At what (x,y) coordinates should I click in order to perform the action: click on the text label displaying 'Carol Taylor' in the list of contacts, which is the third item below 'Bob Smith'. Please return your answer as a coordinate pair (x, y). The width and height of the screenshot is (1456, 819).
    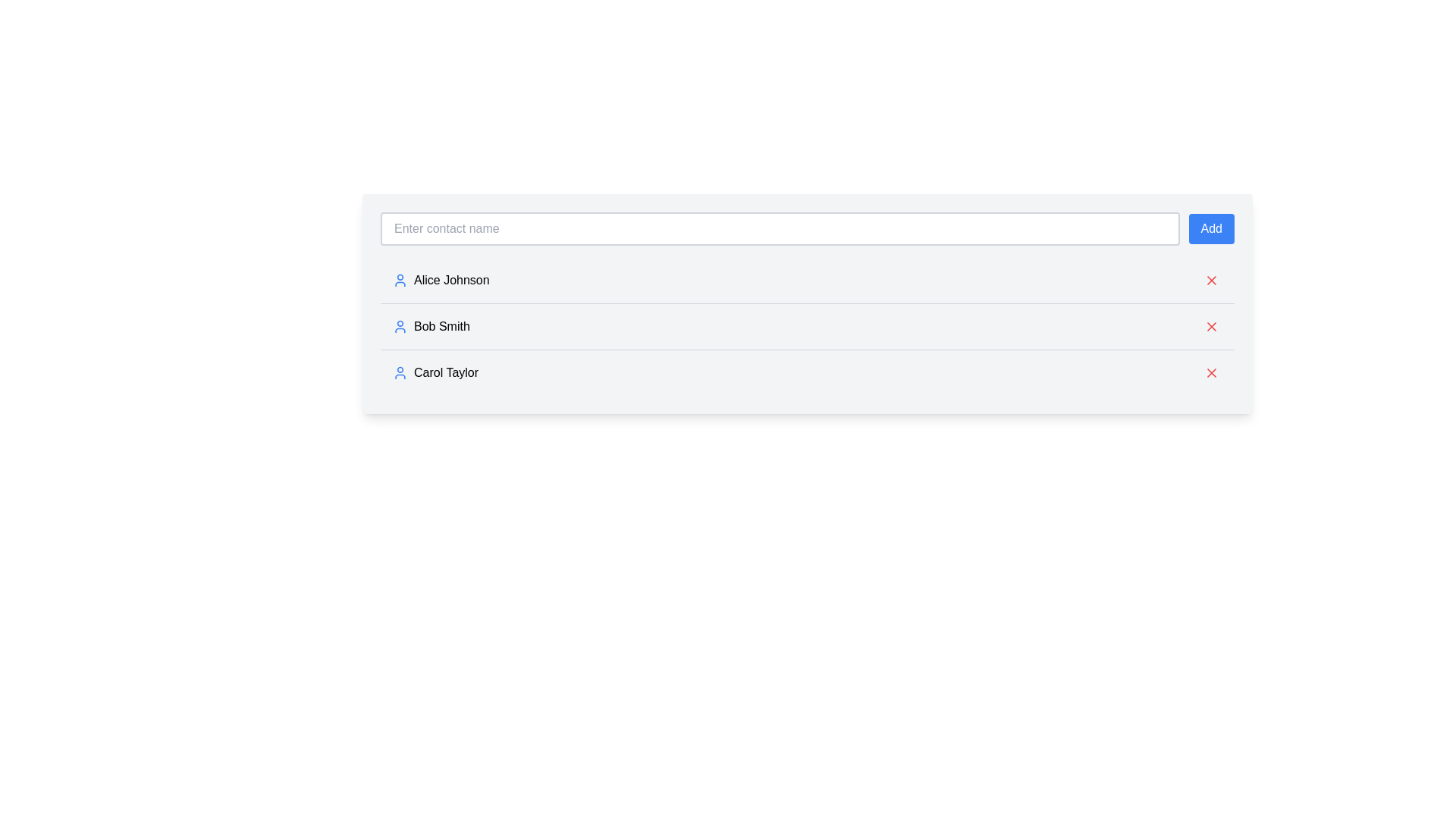
    Looking at the image, I should click on (445, 373).